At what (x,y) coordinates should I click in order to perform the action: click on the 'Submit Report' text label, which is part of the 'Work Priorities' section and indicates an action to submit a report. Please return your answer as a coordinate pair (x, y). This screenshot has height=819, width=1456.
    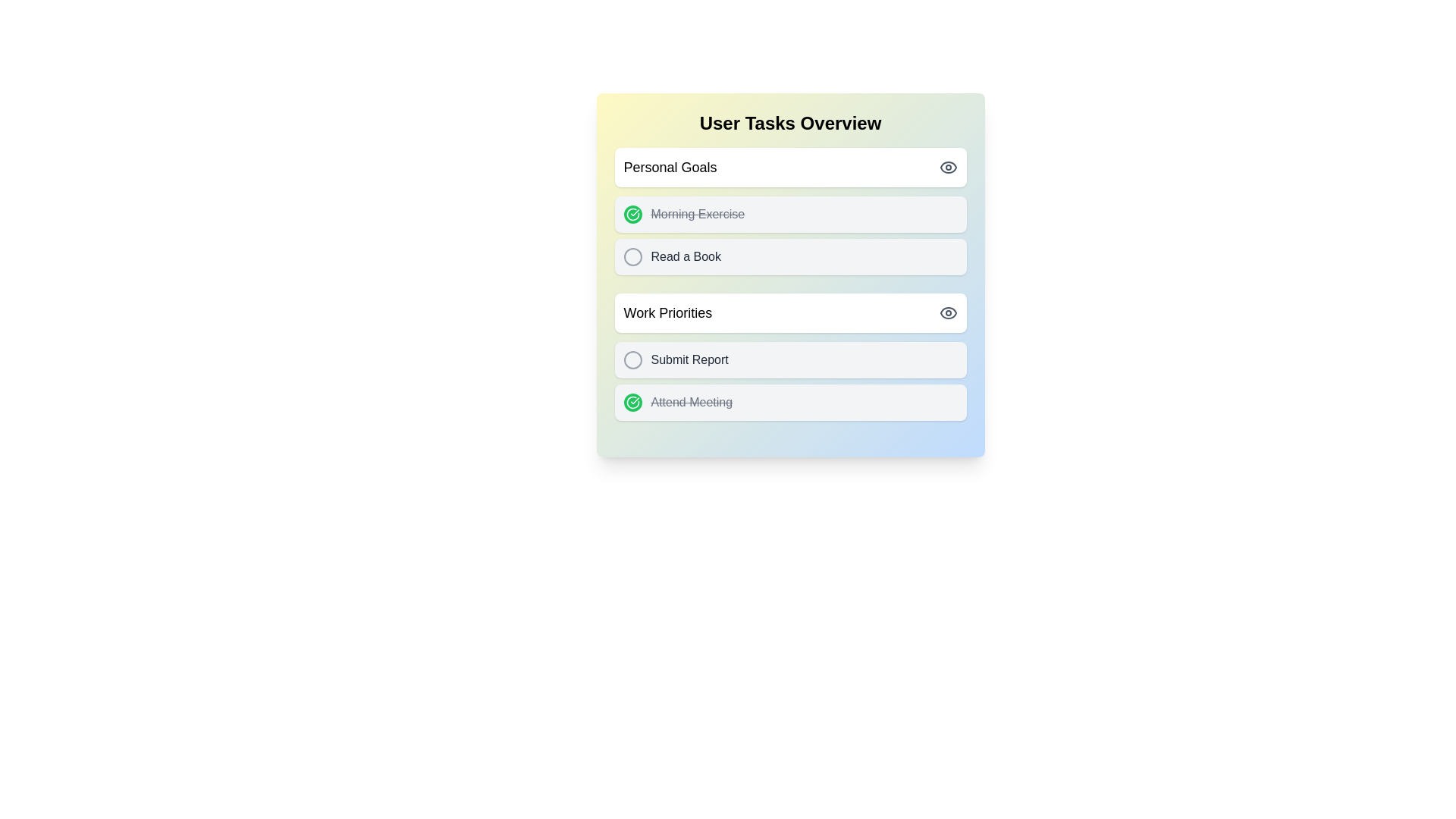
    Looking at the image, I should click on (689, 359).